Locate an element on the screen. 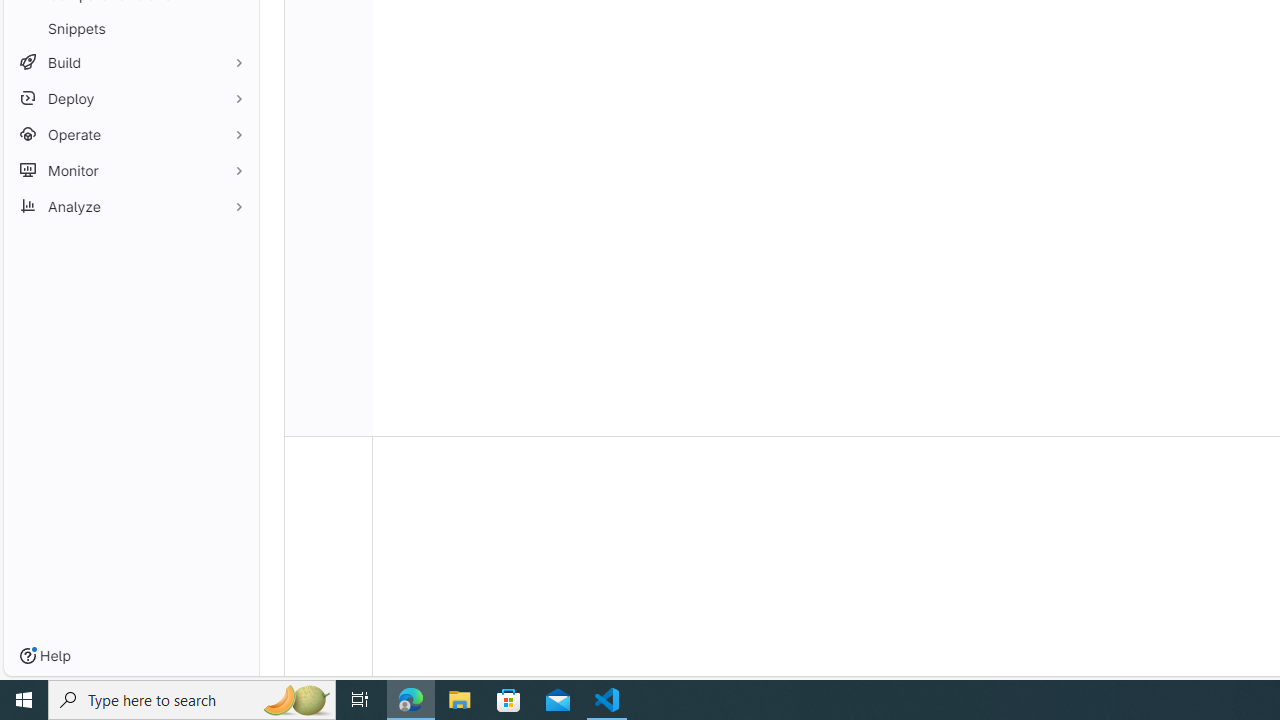 Image resolution: width=1280 pixels, height=720 pixels. 'Class: old_line diff-line-num empty-cell' is located at coordinates (328, 424).